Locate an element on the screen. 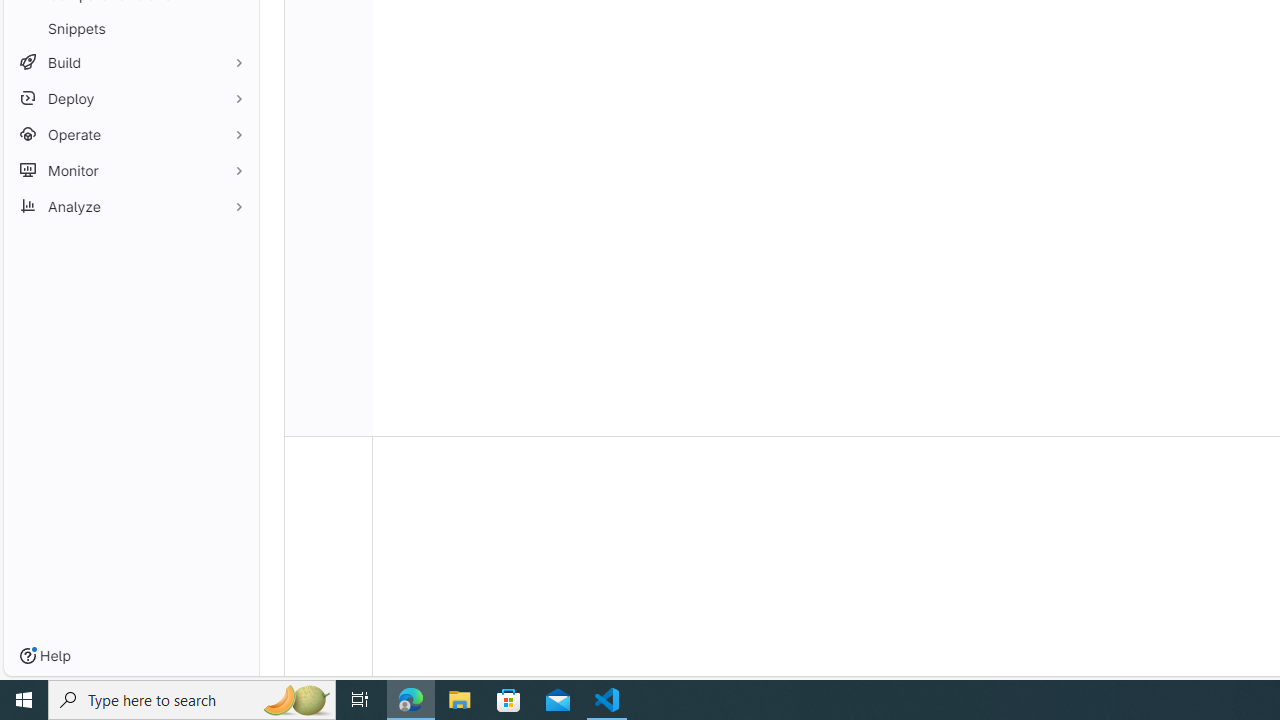 Image resolution: width=1280 pixels, height=720 pixels. 'Class: old_line diff-line-num empty-cell' is located at coordinates (328, 424).